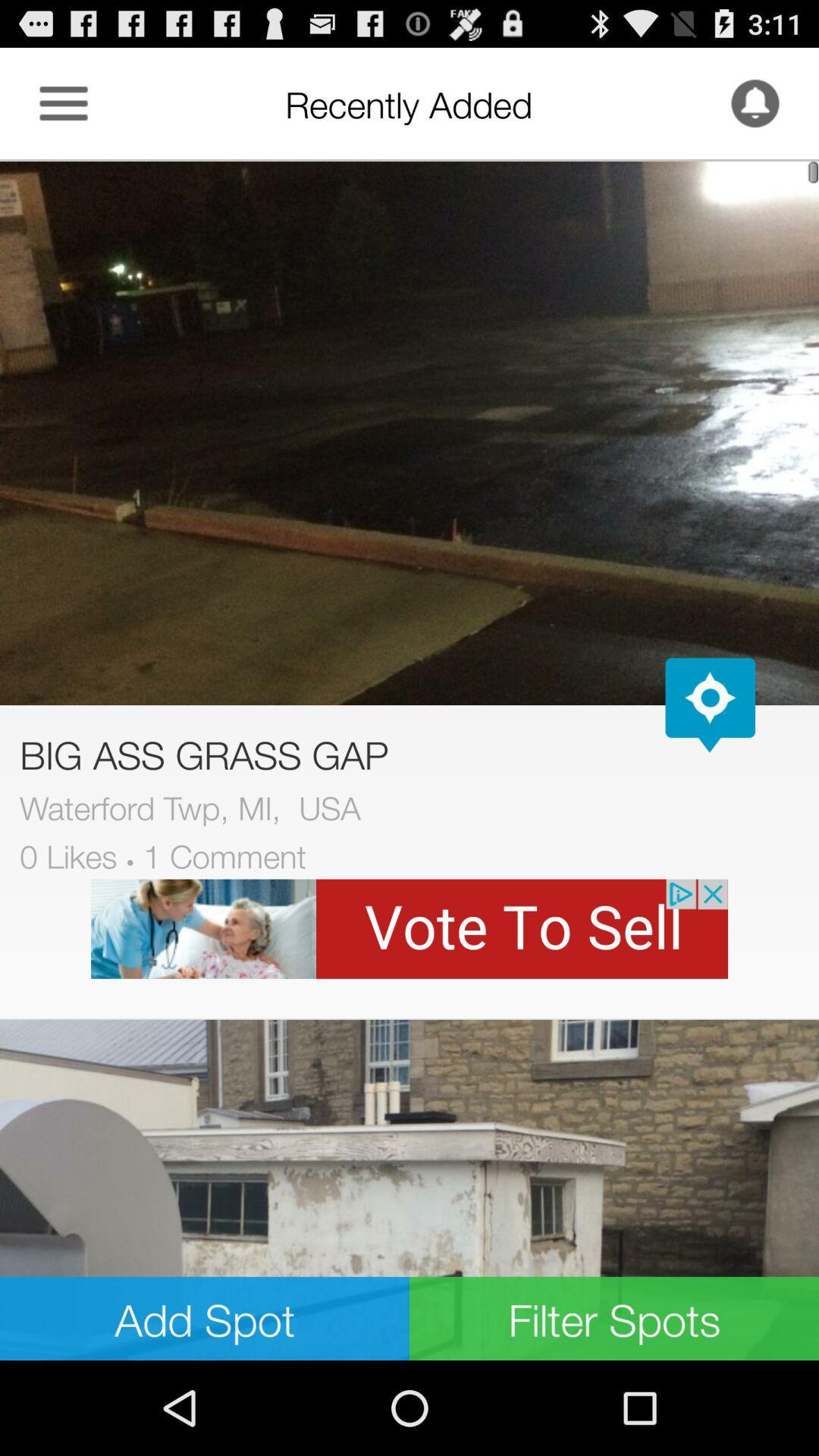 This screenshot has width=819, height=1456. Describe the element at coordinates (409, 928) in the screenshot. I see `exit advertisement` at that location.